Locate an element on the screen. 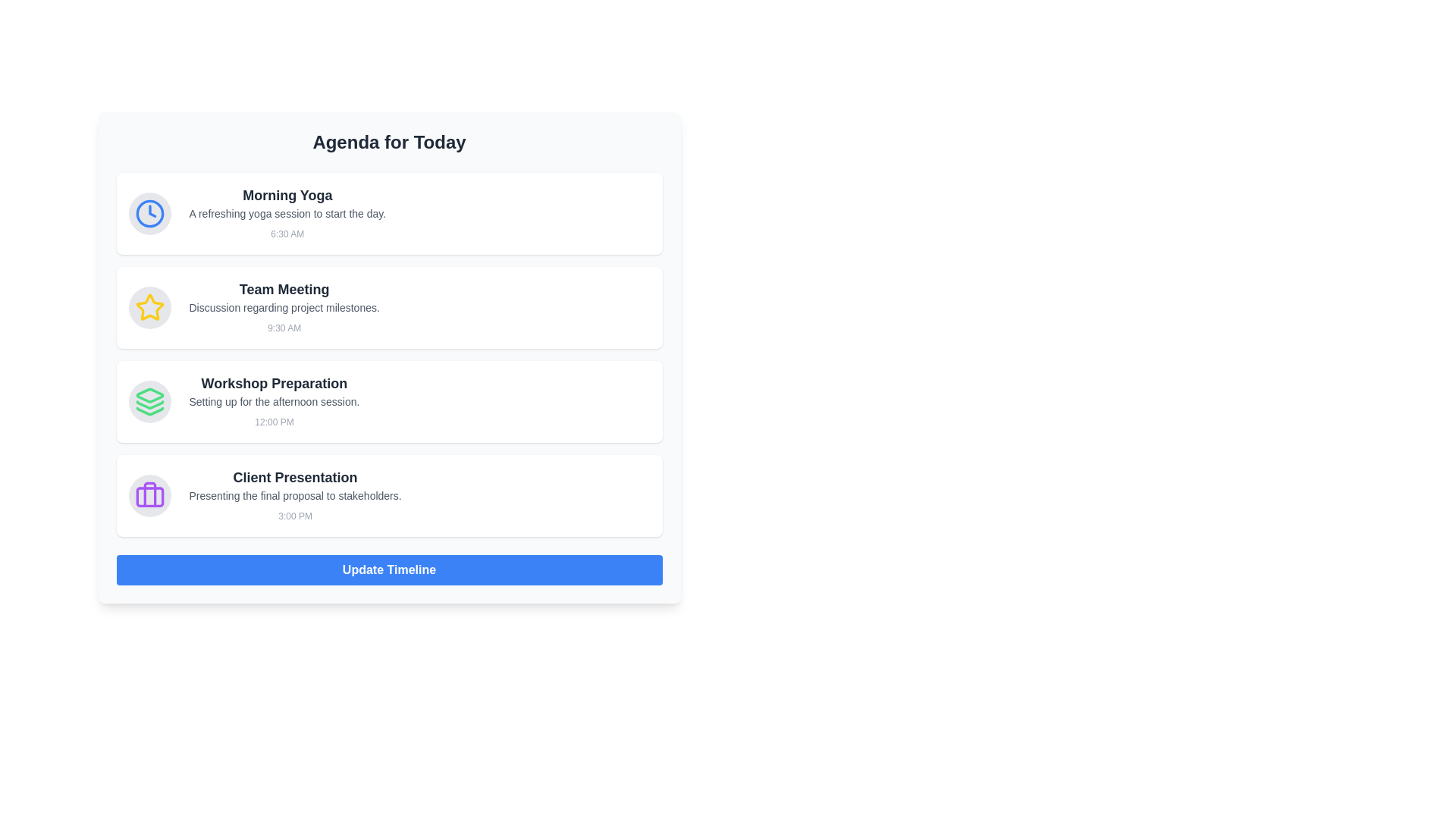 This screenshot has height=819, width=1456. the inner decorative SVG rectangle within the briefcase icon adjacent to the 'Client Presentation' text is located at coordinates (149, 497).